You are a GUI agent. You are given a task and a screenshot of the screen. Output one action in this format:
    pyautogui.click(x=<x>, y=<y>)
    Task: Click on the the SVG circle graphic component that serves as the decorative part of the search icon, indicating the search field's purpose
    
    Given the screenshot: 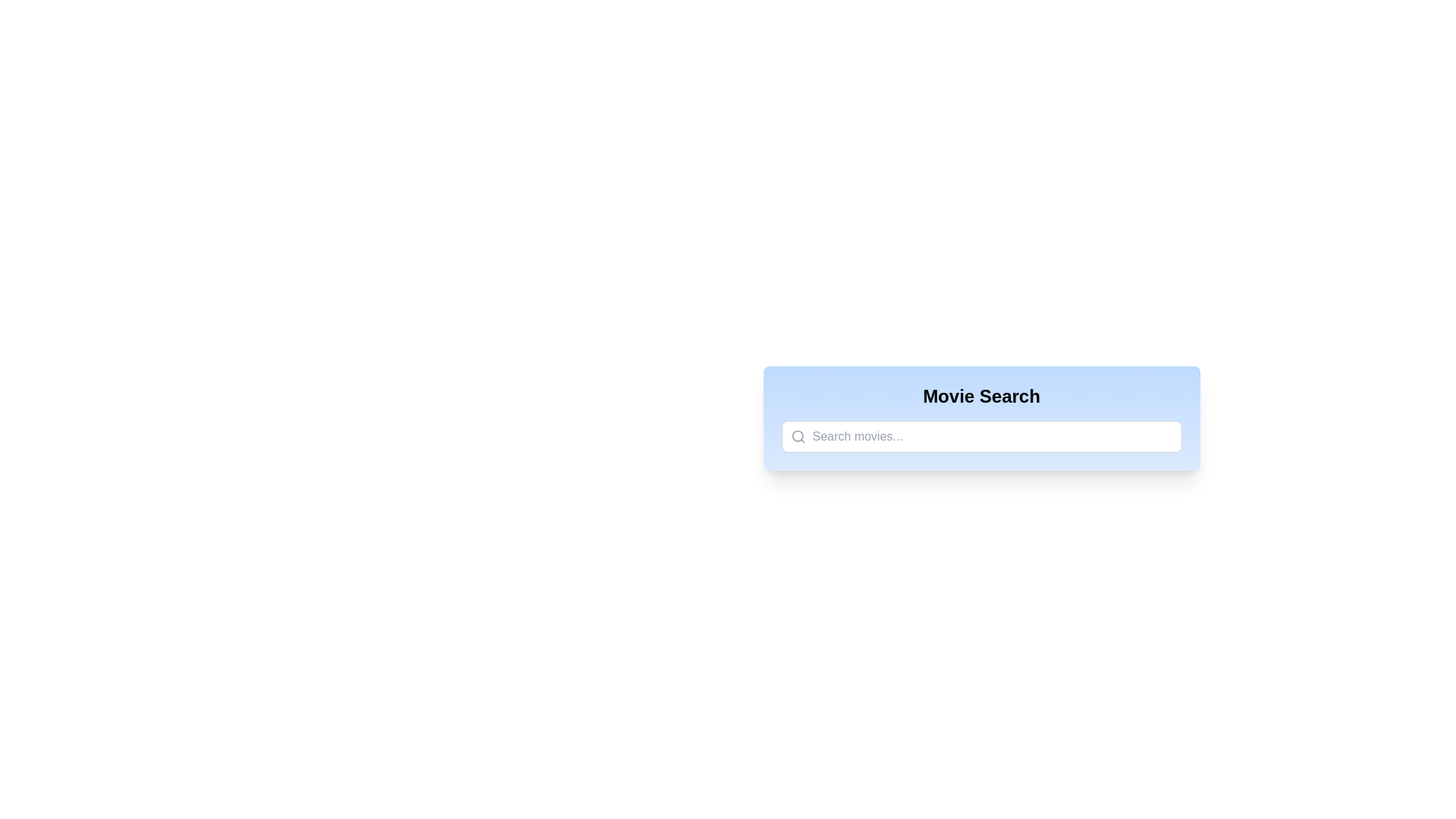 What is the action you would take?
    pyautogui.click(x=796, y=436)
    